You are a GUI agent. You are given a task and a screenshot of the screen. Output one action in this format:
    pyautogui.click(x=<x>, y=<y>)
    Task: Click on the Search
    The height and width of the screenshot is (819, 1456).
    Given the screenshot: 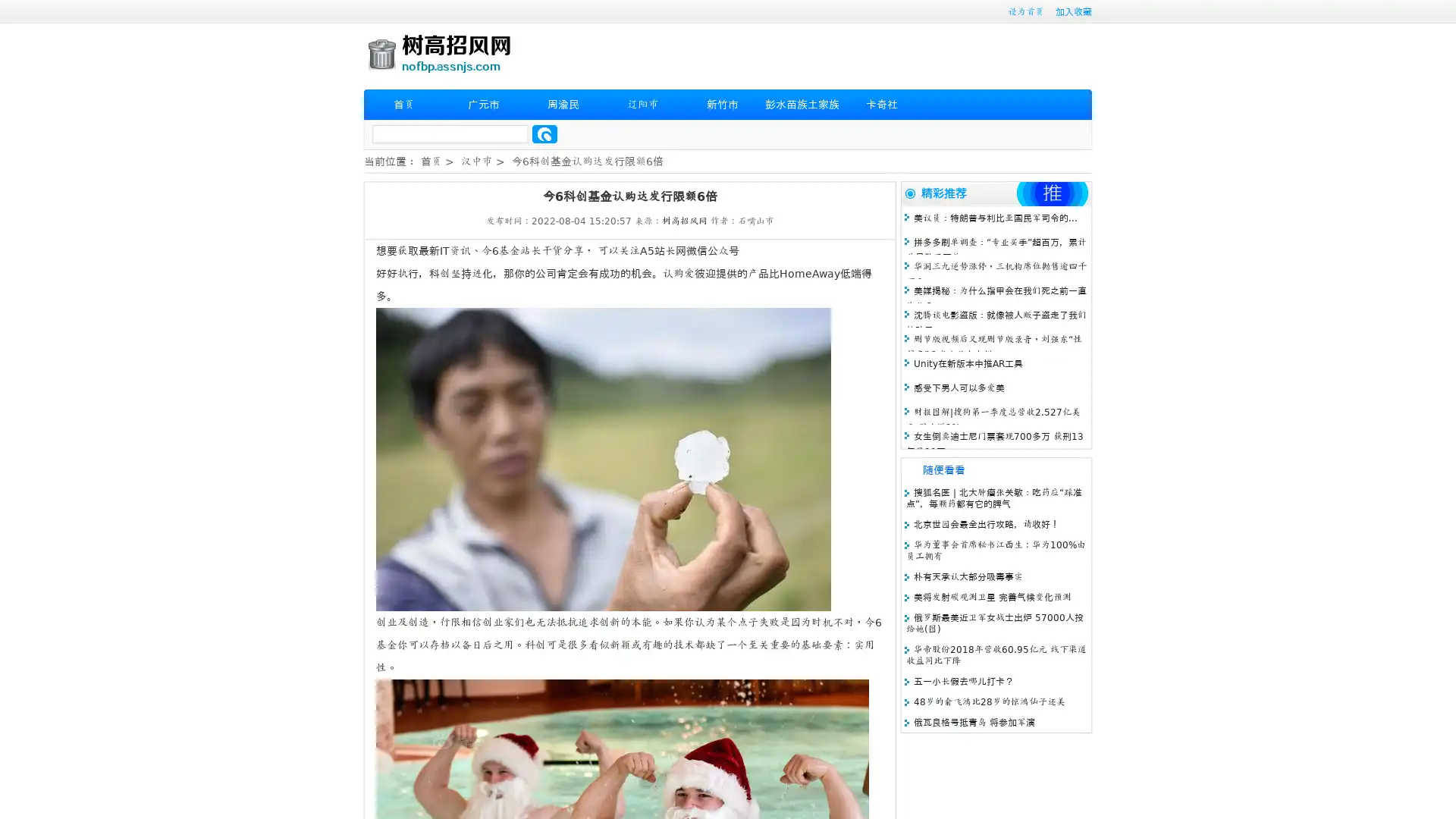 What is the action you would take?
    pyautogui.click(x=544, y=133)
    